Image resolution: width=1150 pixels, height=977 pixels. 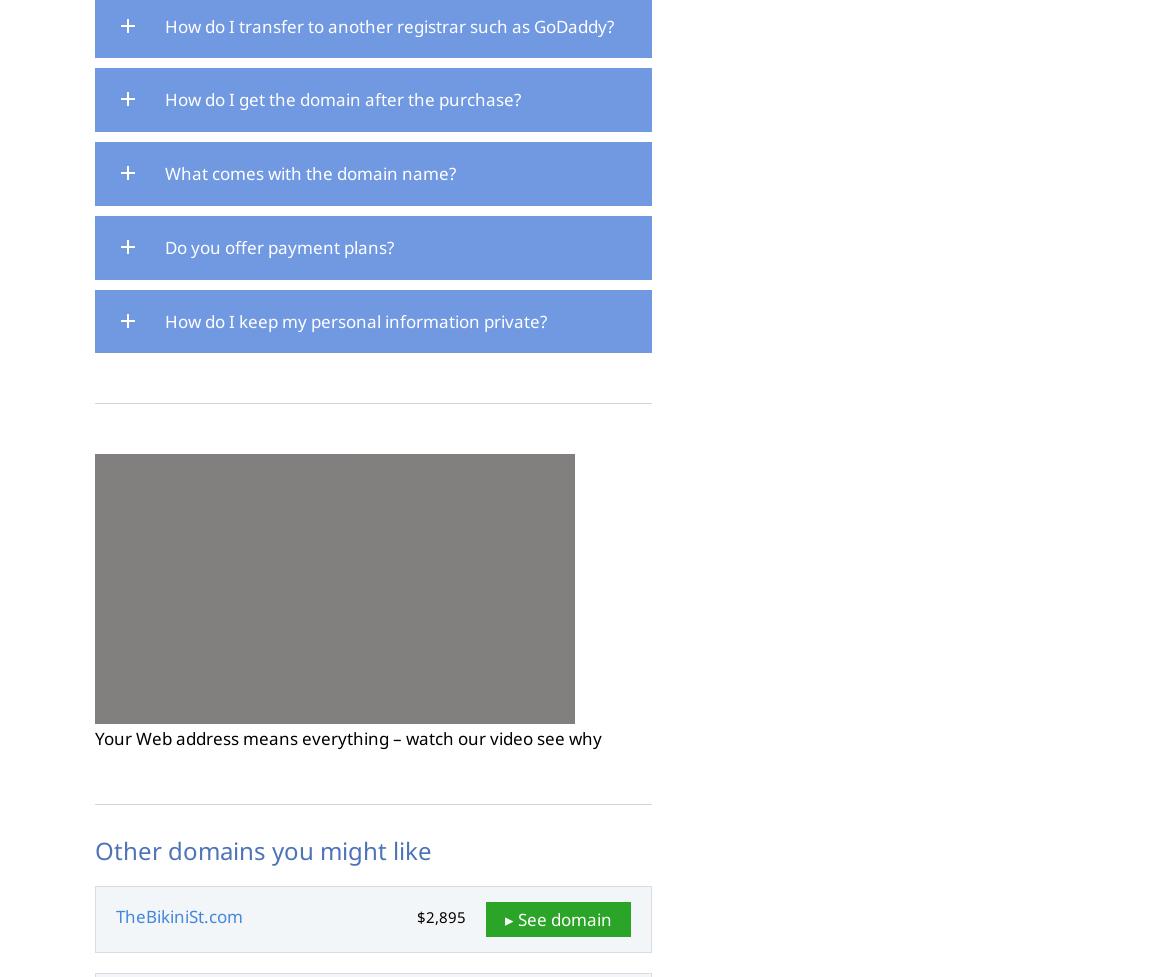 I want to click on 'Do you offer payment plans?', so click(x=278, y=245).